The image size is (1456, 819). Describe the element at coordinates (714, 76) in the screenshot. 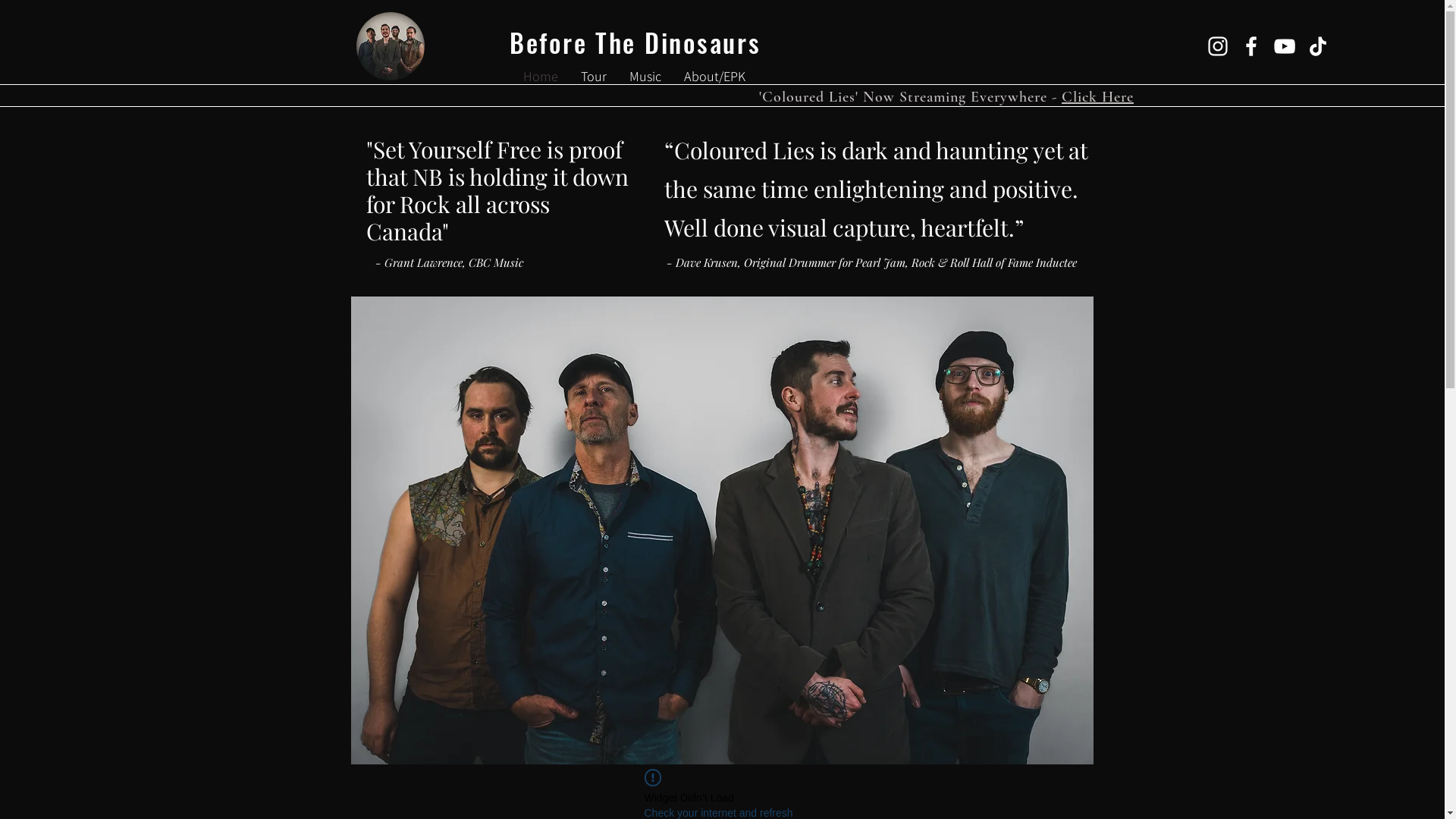

I see `'About/EPK'` at that location.